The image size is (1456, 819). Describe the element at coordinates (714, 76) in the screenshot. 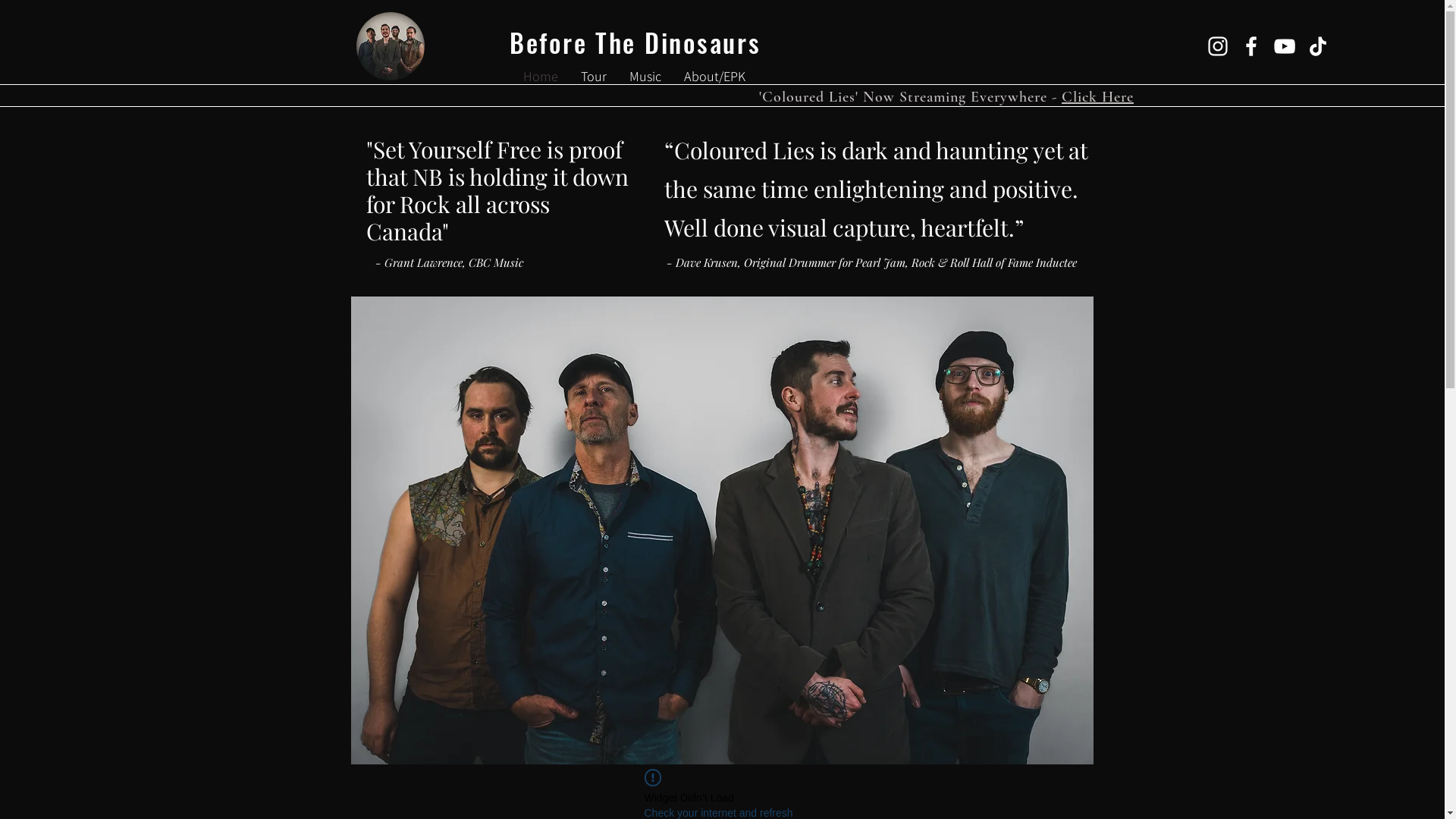

I see `'About/EPK'` at that location.